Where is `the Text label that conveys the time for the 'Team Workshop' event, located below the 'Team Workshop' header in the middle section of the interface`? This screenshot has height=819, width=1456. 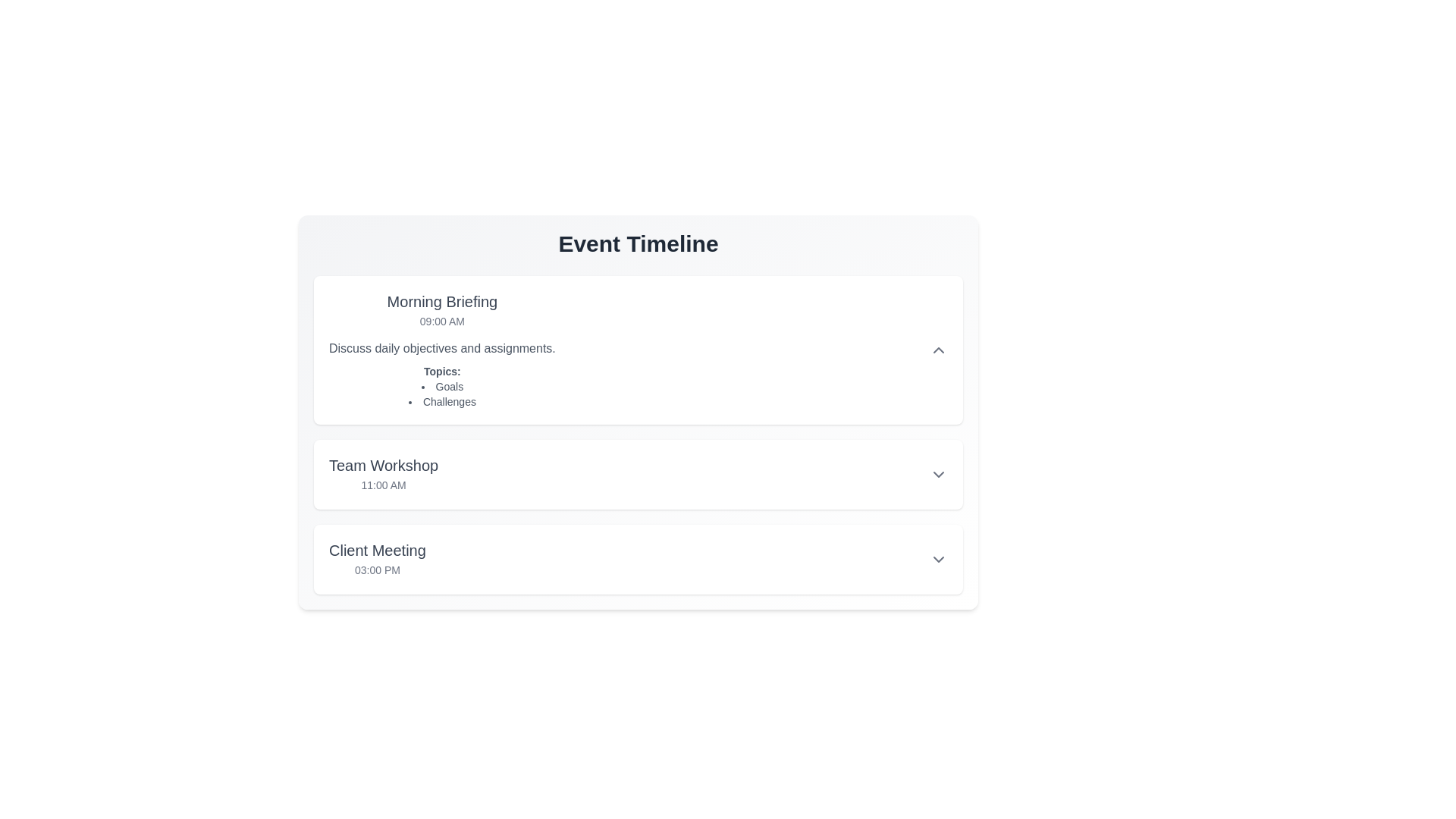 the Text label that conveys the time for the 'Team Workshop' event, located below the 'Team Workshop' header in the middle section of the interface is located at coordinates (384, 485).